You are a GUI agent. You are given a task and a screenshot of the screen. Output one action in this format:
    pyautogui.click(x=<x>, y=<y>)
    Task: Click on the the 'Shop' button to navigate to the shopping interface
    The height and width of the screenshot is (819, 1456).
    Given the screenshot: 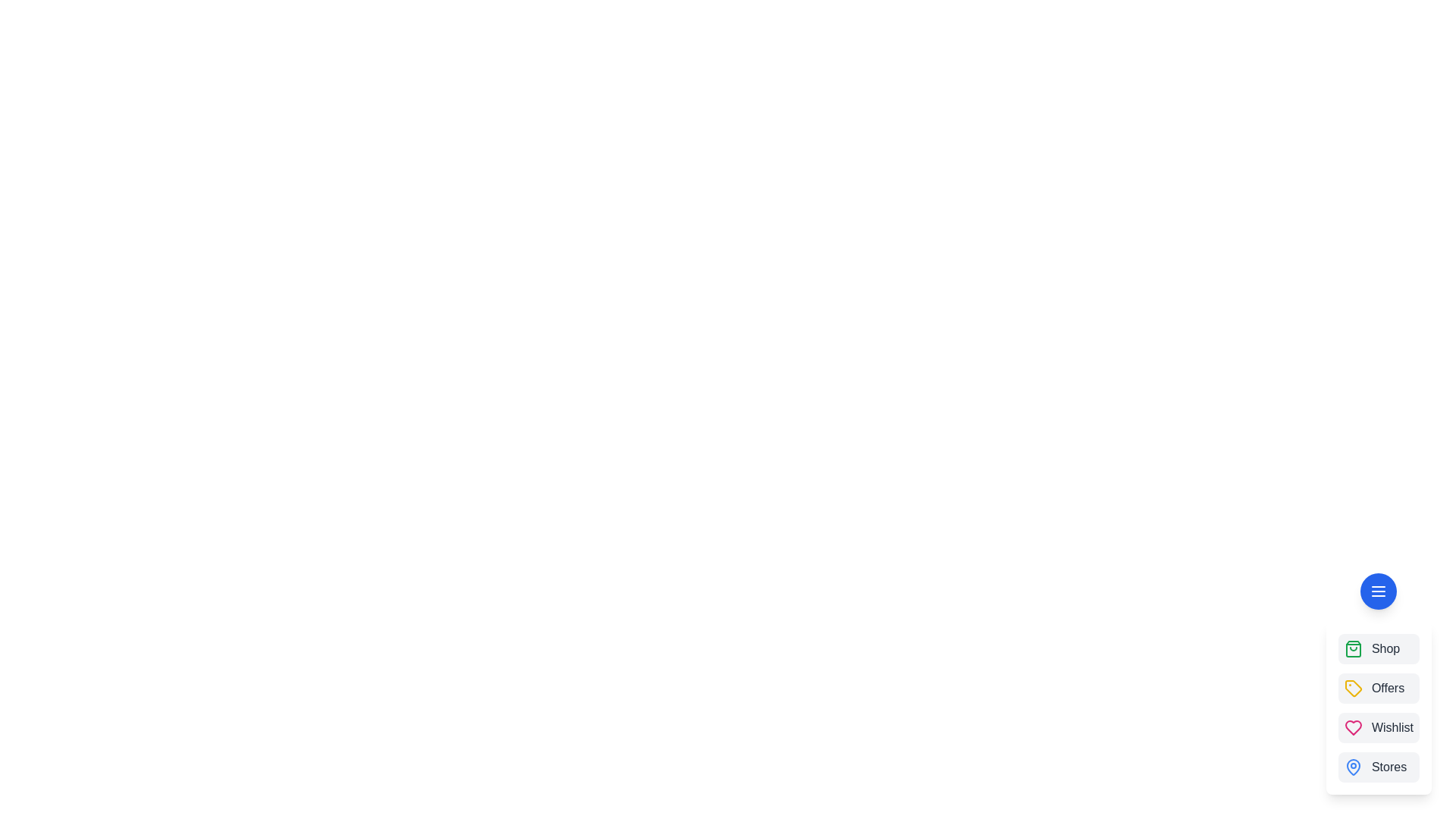 What is the action you would take?
    pyautogui.click(x=1379, y=648)
    